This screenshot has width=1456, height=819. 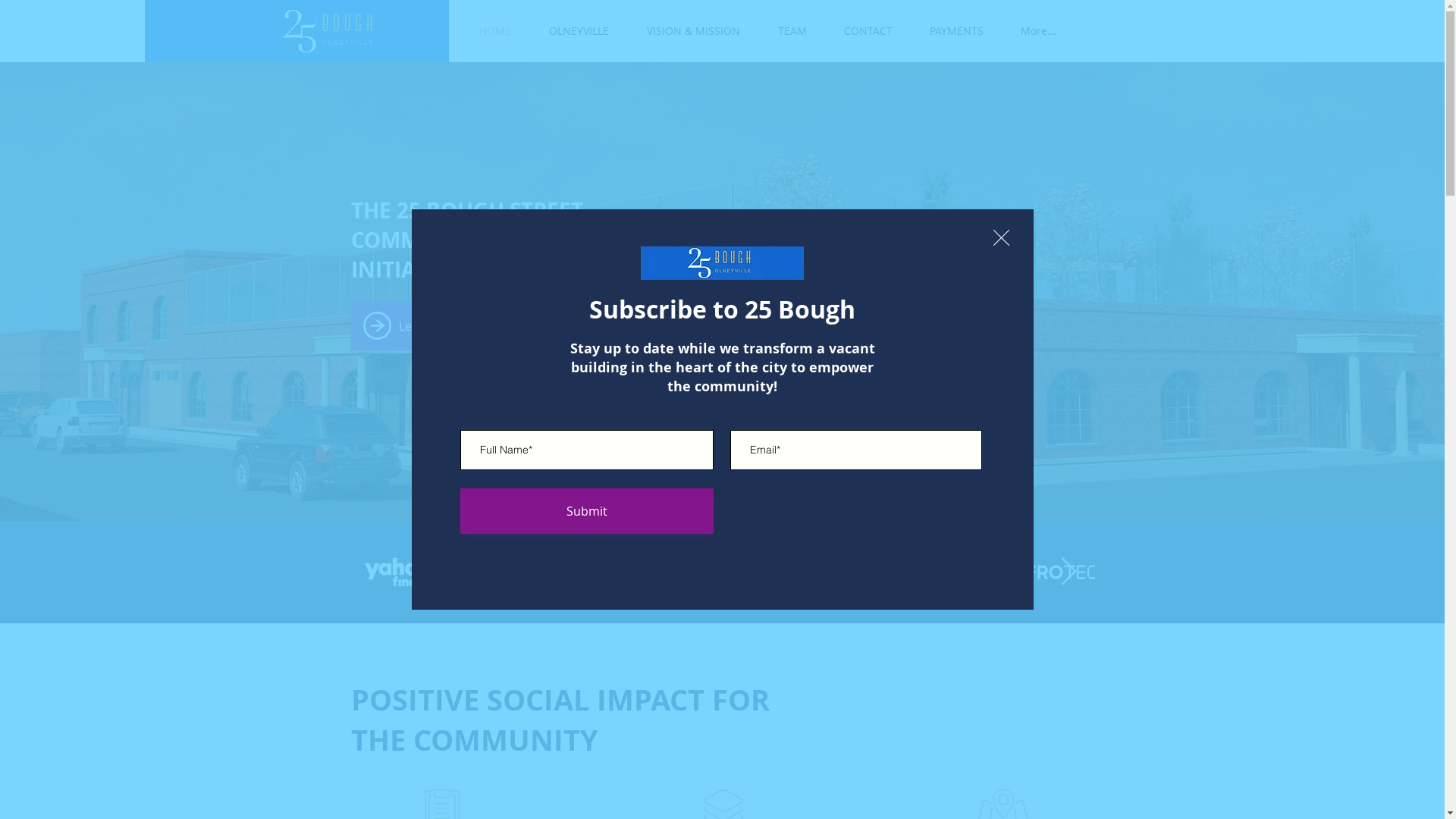 I want to click on 'OLNEYVILLE', so click(x=577, y=31).